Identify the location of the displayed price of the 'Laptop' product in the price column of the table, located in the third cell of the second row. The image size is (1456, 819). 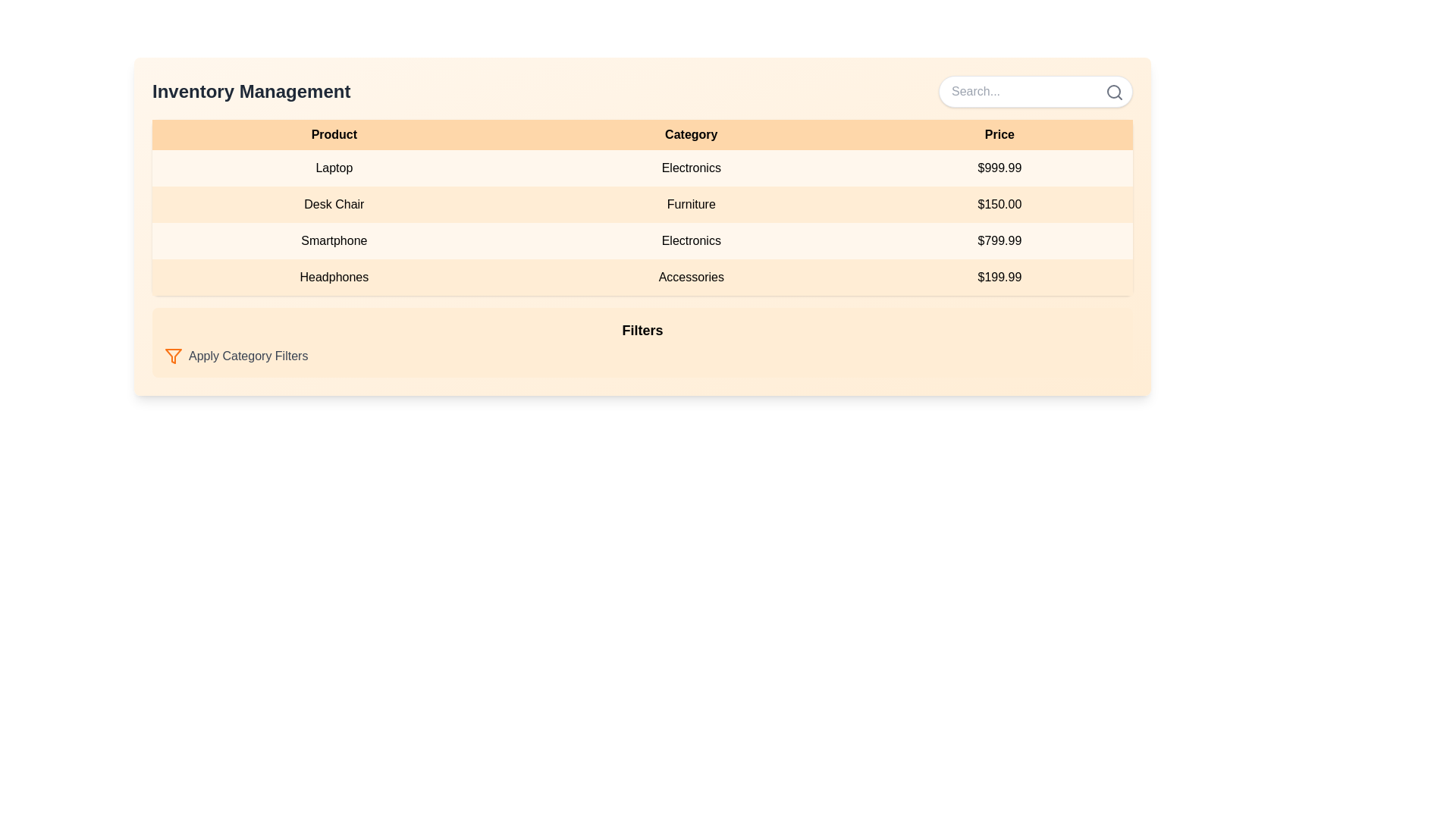
(999, 168).